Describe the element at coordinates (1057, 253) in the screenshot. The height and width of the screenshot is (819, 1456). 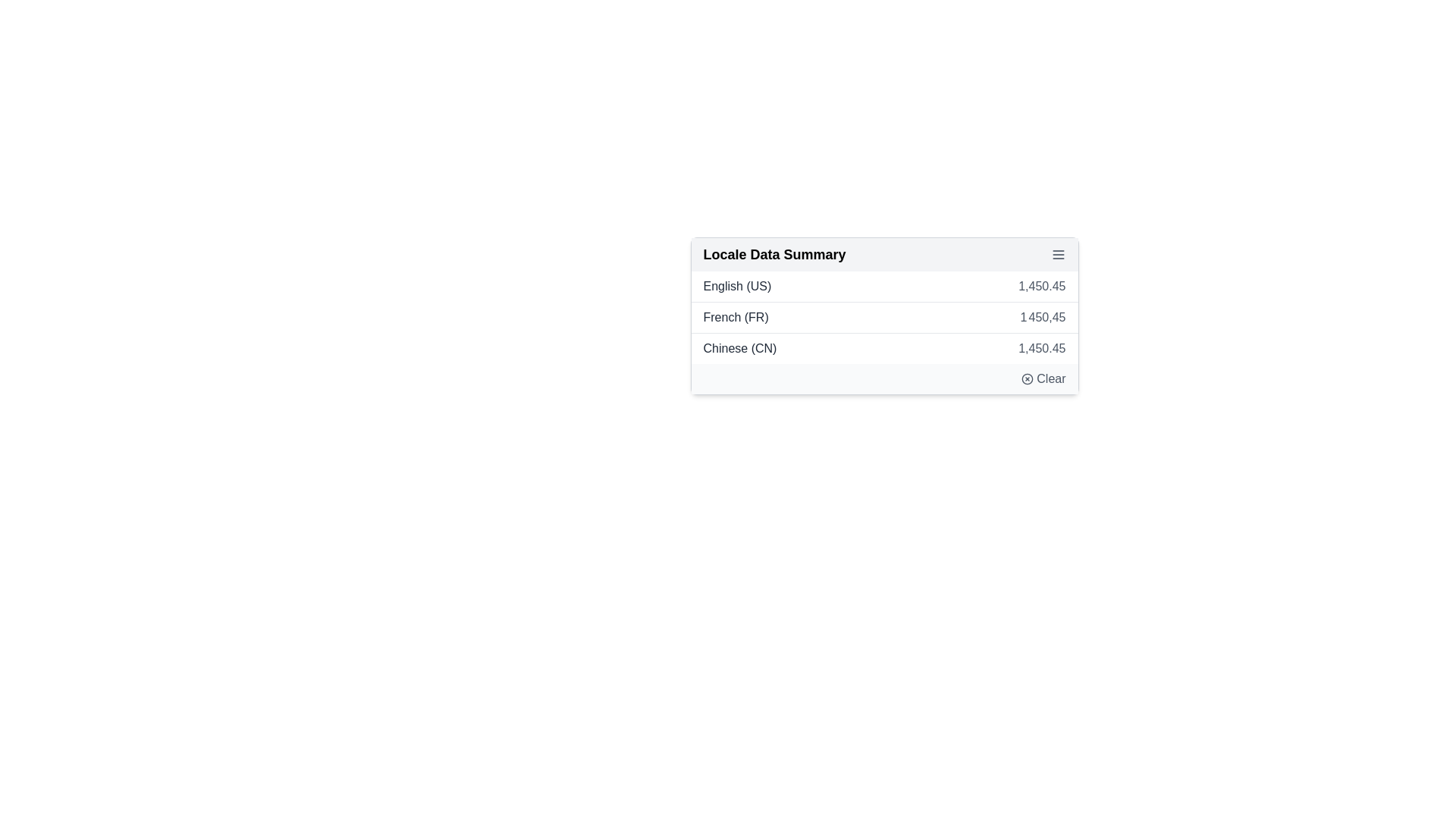
I see `the Icon Button located in the top right corner of the 'Locale Data Summary' header to interact and reveal additional options` at that location.